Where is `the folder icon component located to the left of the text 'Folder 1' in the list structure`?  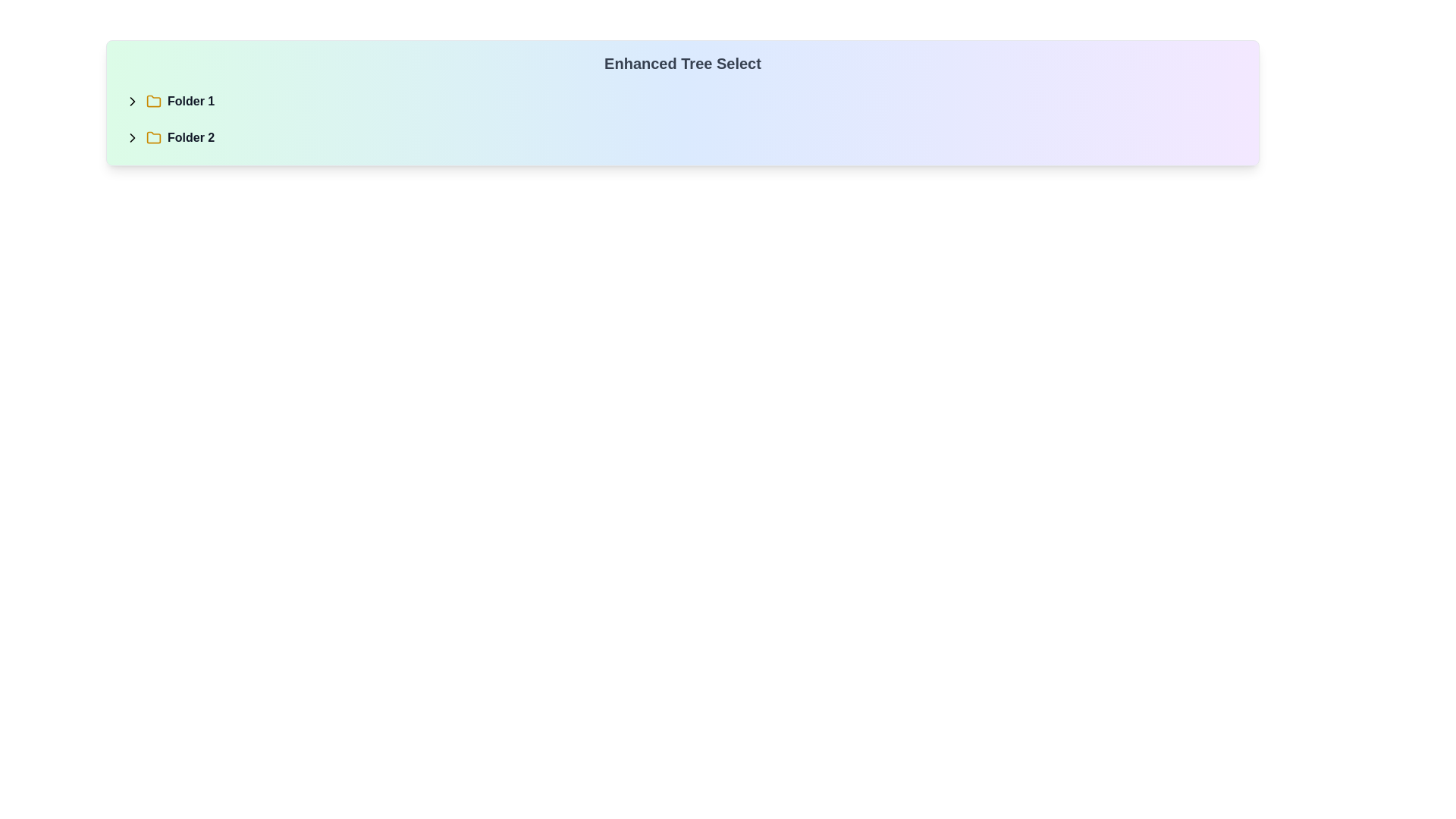
the folder icon component located to the left of the text 'Folder 1' in the list structure is located at coordinates (153, 100).